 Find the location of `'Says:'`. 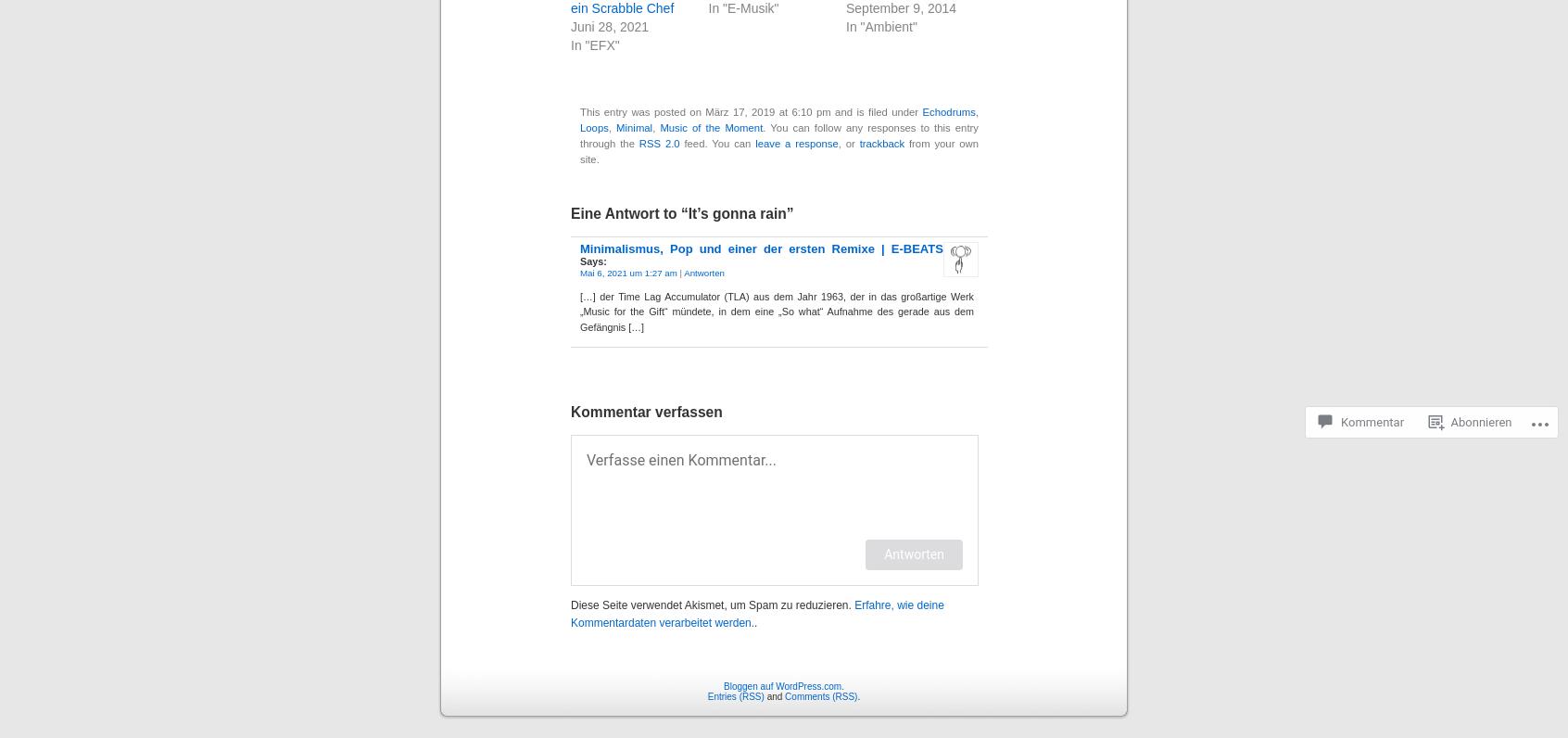

'Says:' is located at coordinates (593, 259).